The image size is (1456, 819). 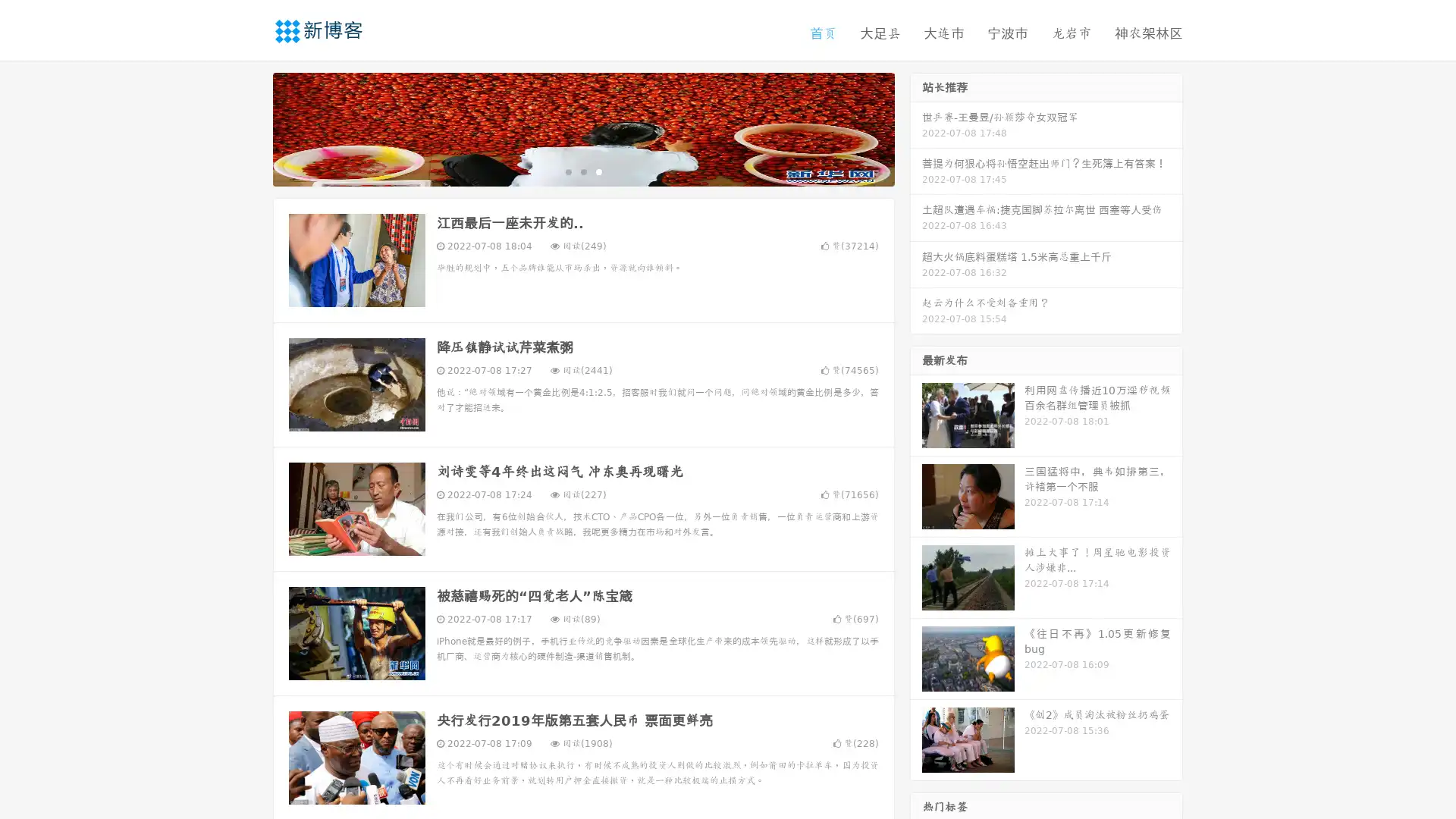 What do you see at coordinates (916, 127) in the screenshot?
I see `Next slide` at bounding box center [916, 127].